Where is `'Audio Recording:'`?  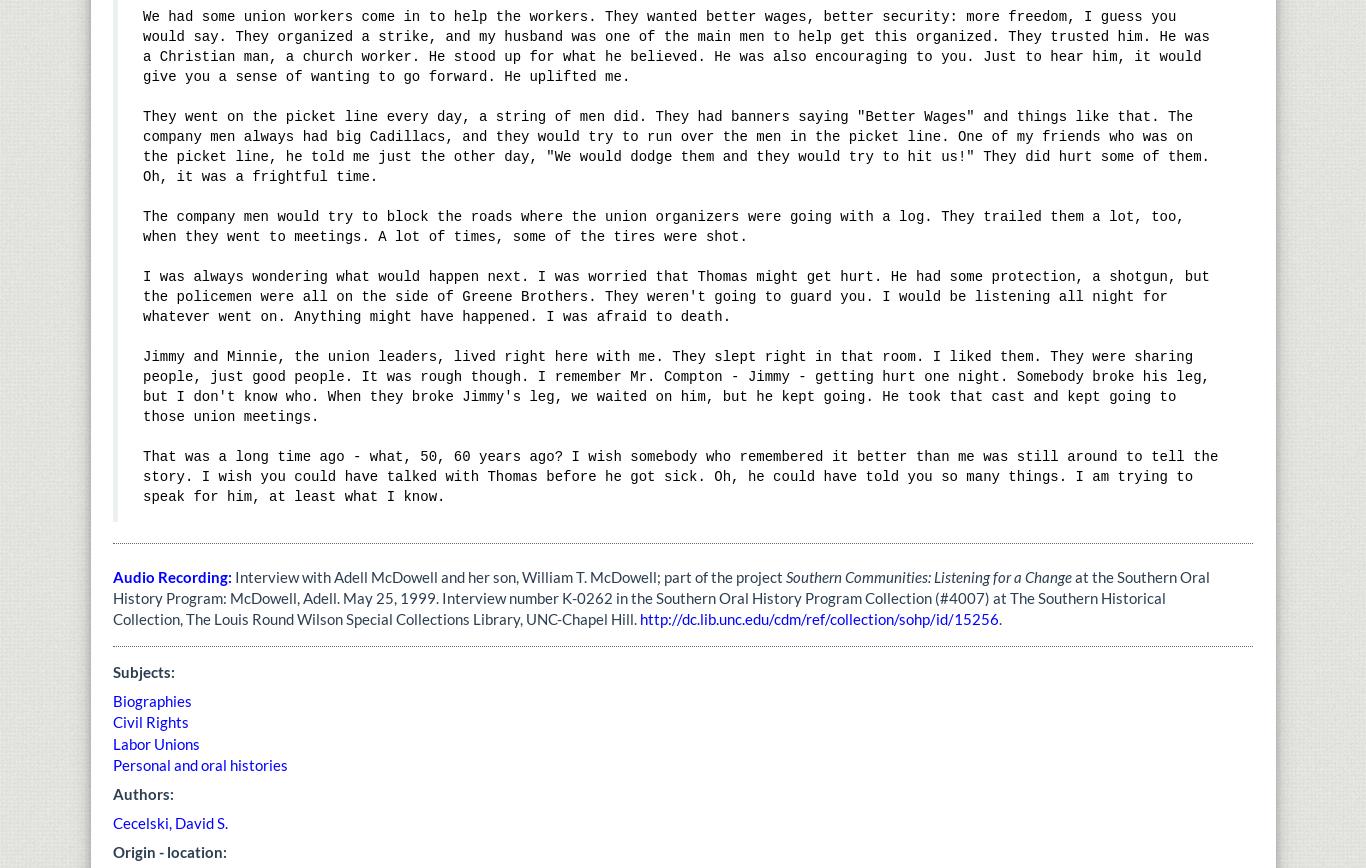 'Audio Recording:' is located at coordinates (112, 576).